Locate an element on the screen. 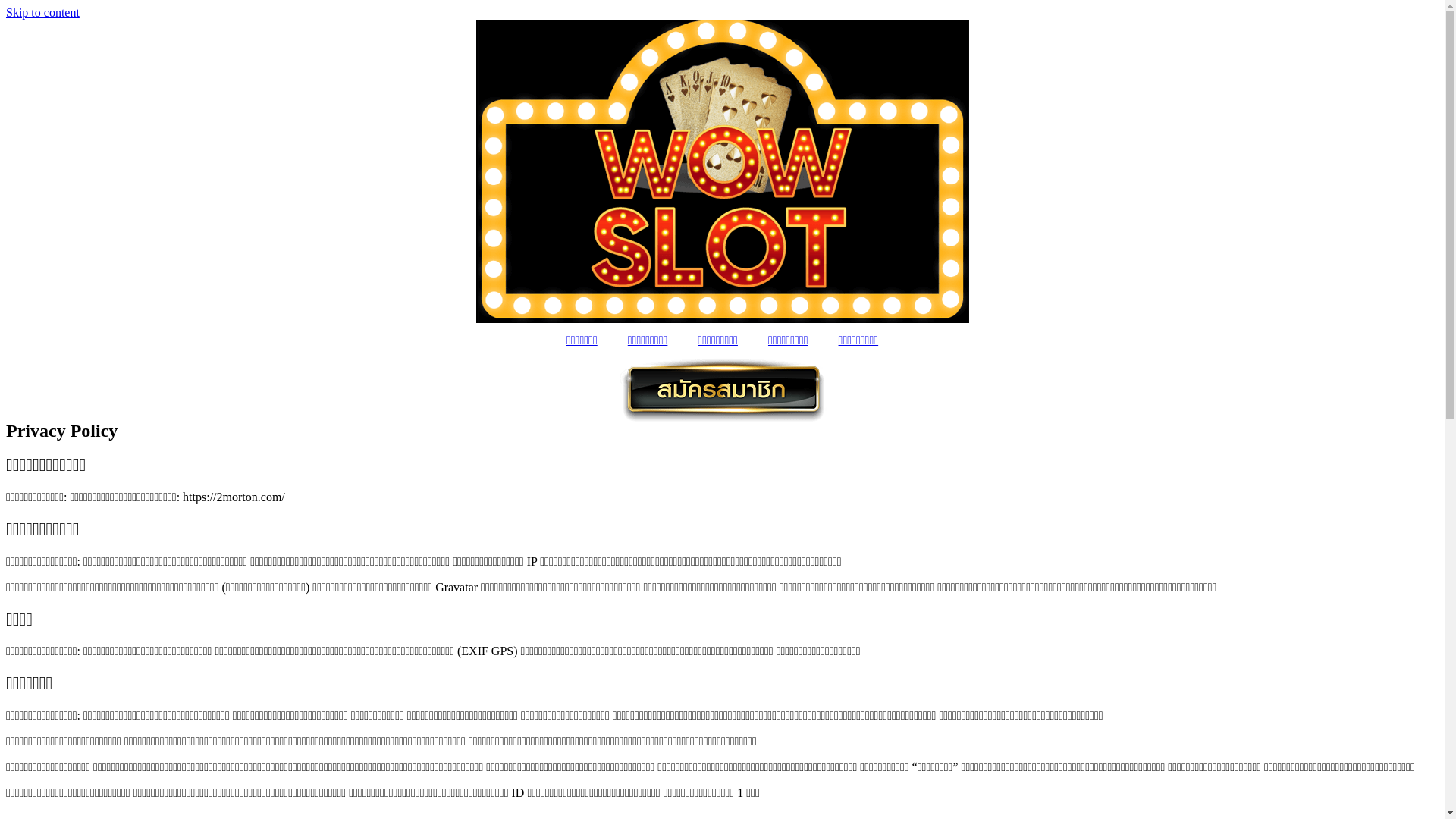  'Skip to content' is located at coordinates (6, 12).